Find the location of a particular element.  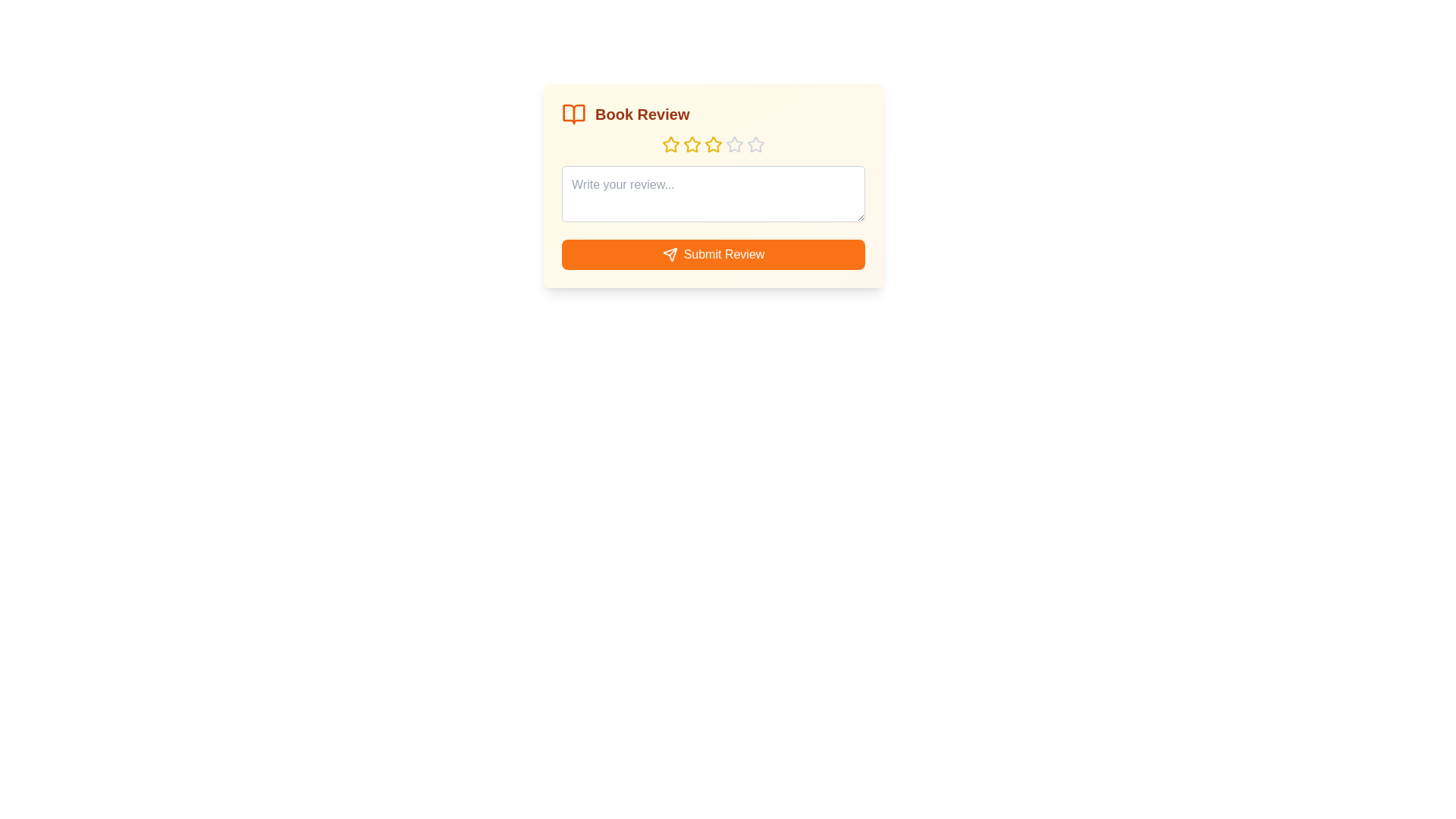

submit button to submit the review is located at coordinates (712, 253).